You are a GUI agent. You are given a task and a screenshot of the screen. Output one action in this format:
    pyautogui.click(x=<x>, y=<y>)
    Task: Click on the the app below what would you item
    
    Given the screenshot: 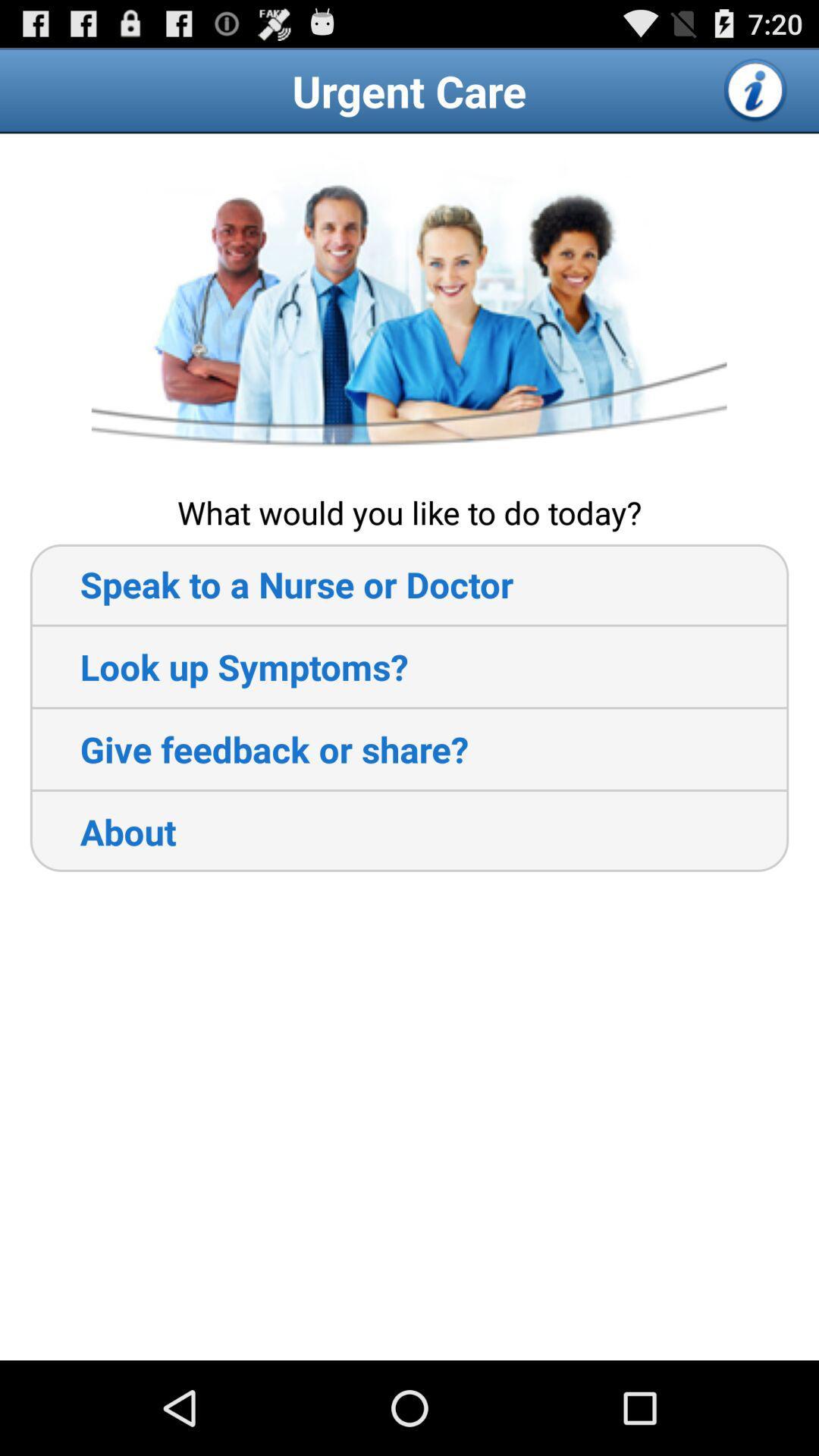 What is the action you would take?
    pyautogui.click(x=271, y=583)
    